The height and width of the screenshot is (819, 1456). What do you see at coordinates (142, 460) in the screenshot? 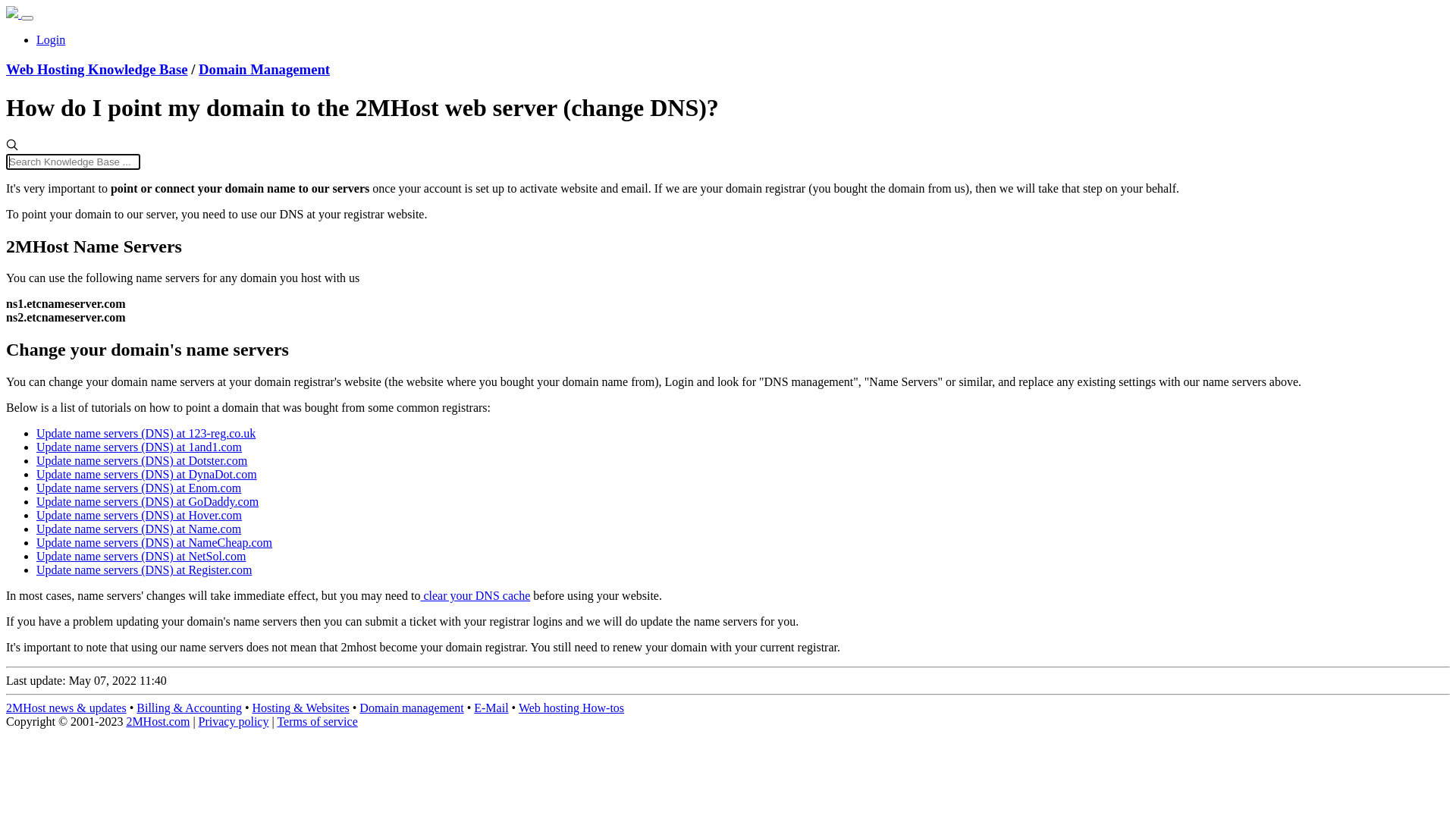
I see `'Update name servers (DNS) at Dotster.com'` at bounding box center [142, 460].